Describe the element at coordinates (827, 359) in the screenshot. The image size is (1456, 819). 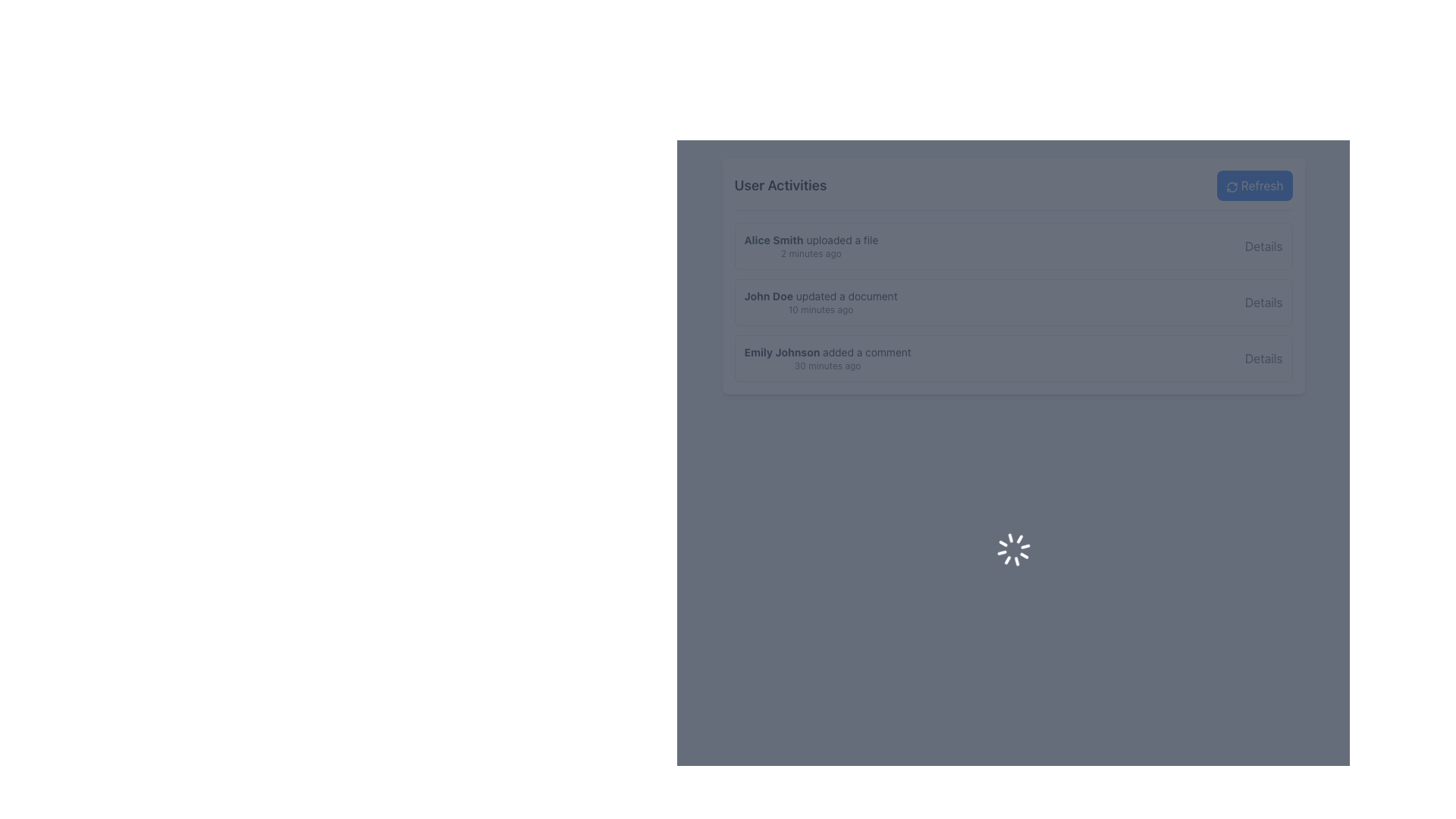
I see `the static text element displaying 'Emily Johnson added a comment' within the 'User Activities' panel` at that location.